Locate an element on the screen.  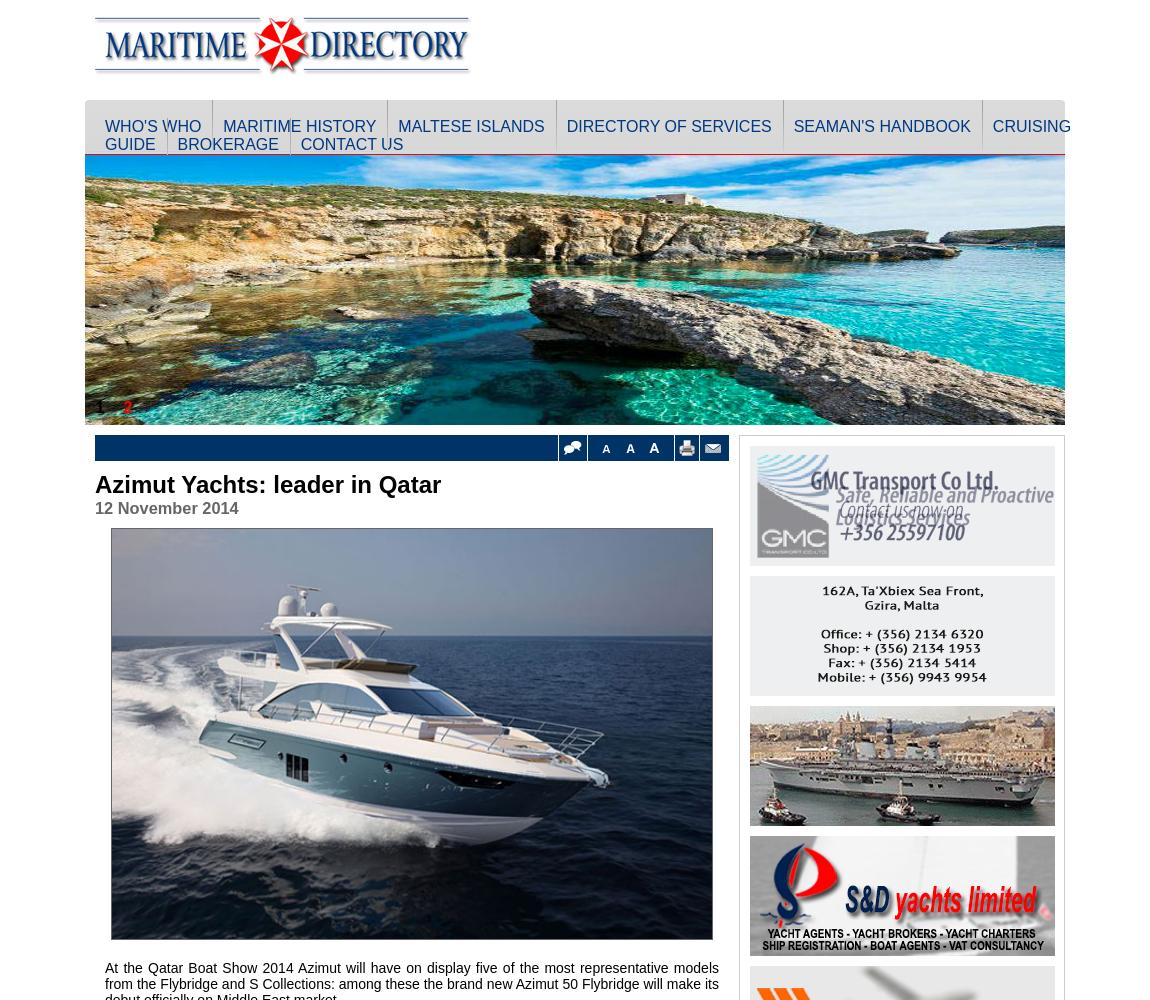
'2' is located at coordinates (126, 407).